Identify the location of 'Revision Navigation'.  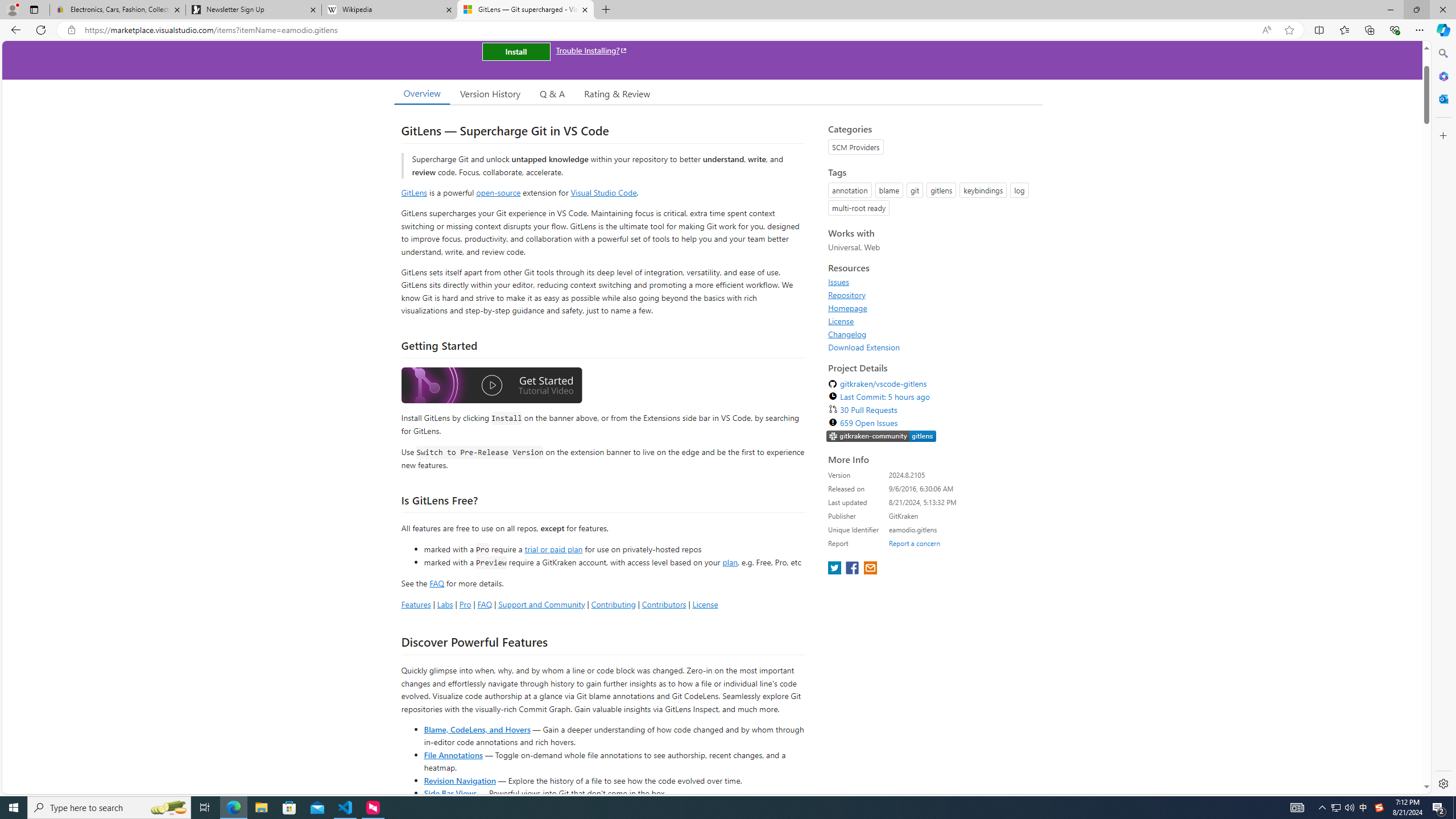
(459, 780).